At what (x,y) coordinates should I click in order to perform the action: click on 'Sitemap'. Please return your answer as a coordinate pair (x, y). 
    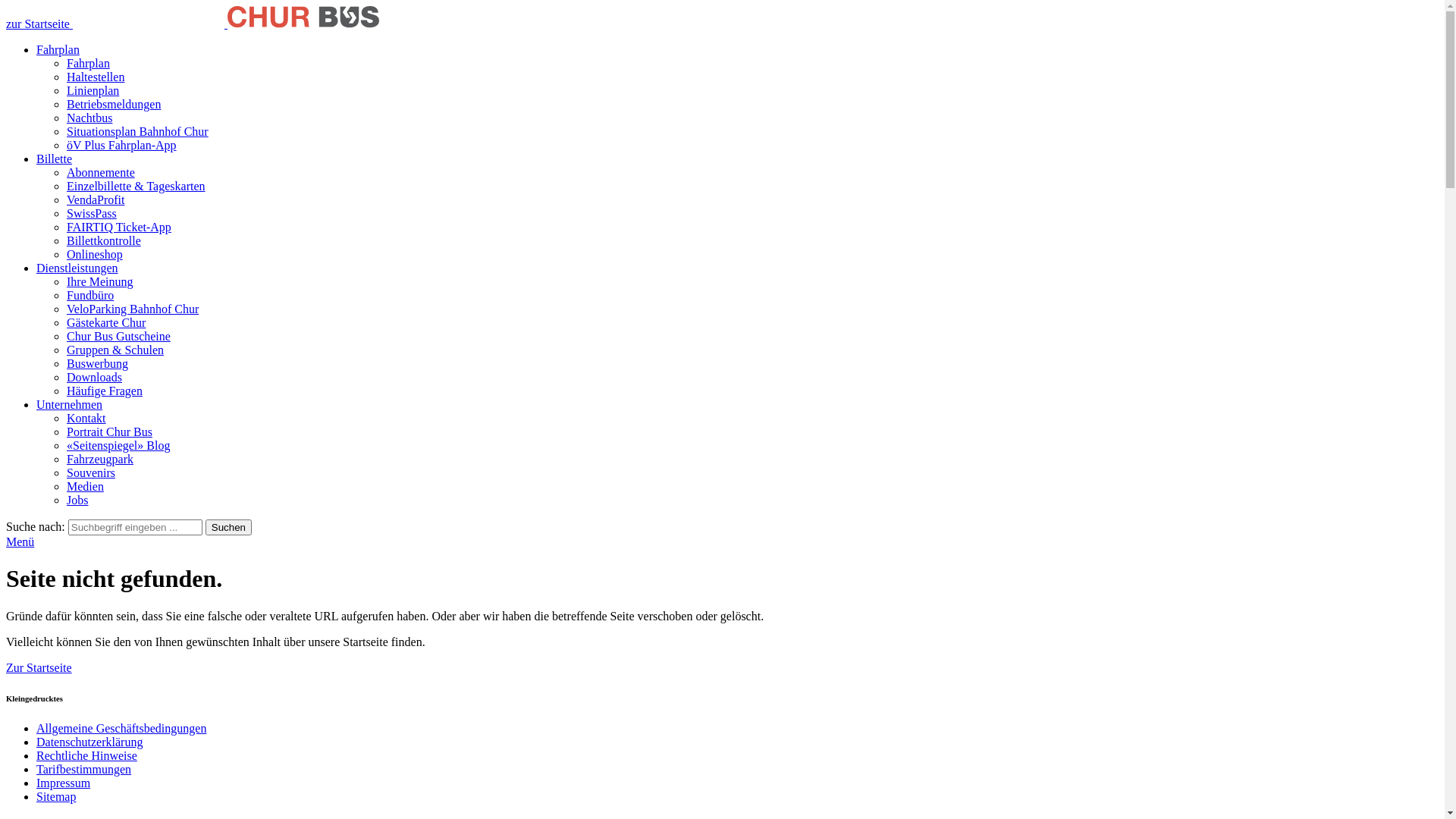
    Looking at the image, I should click on (55, 795).